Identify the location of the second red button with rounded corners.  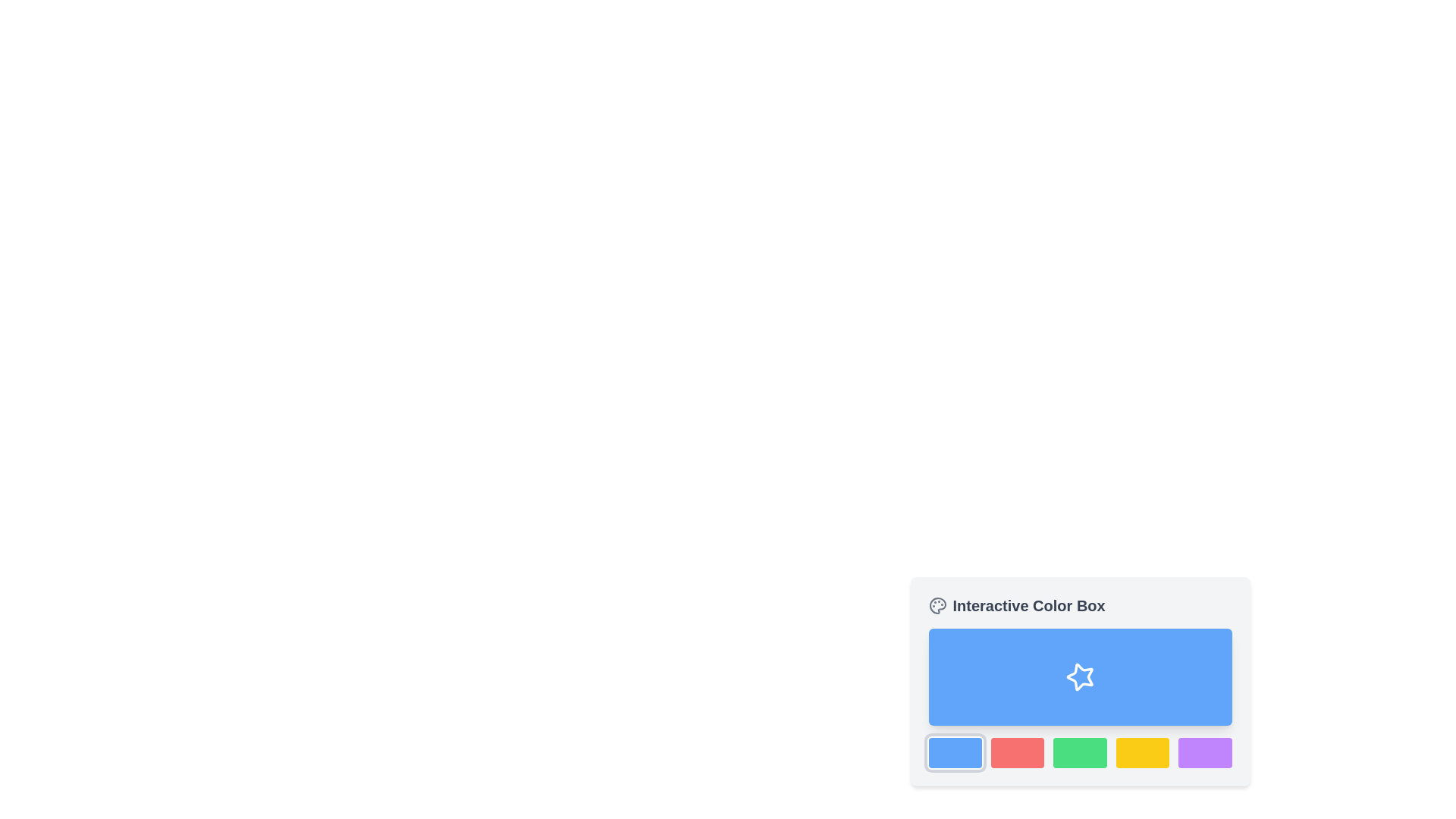
(1018, 752).